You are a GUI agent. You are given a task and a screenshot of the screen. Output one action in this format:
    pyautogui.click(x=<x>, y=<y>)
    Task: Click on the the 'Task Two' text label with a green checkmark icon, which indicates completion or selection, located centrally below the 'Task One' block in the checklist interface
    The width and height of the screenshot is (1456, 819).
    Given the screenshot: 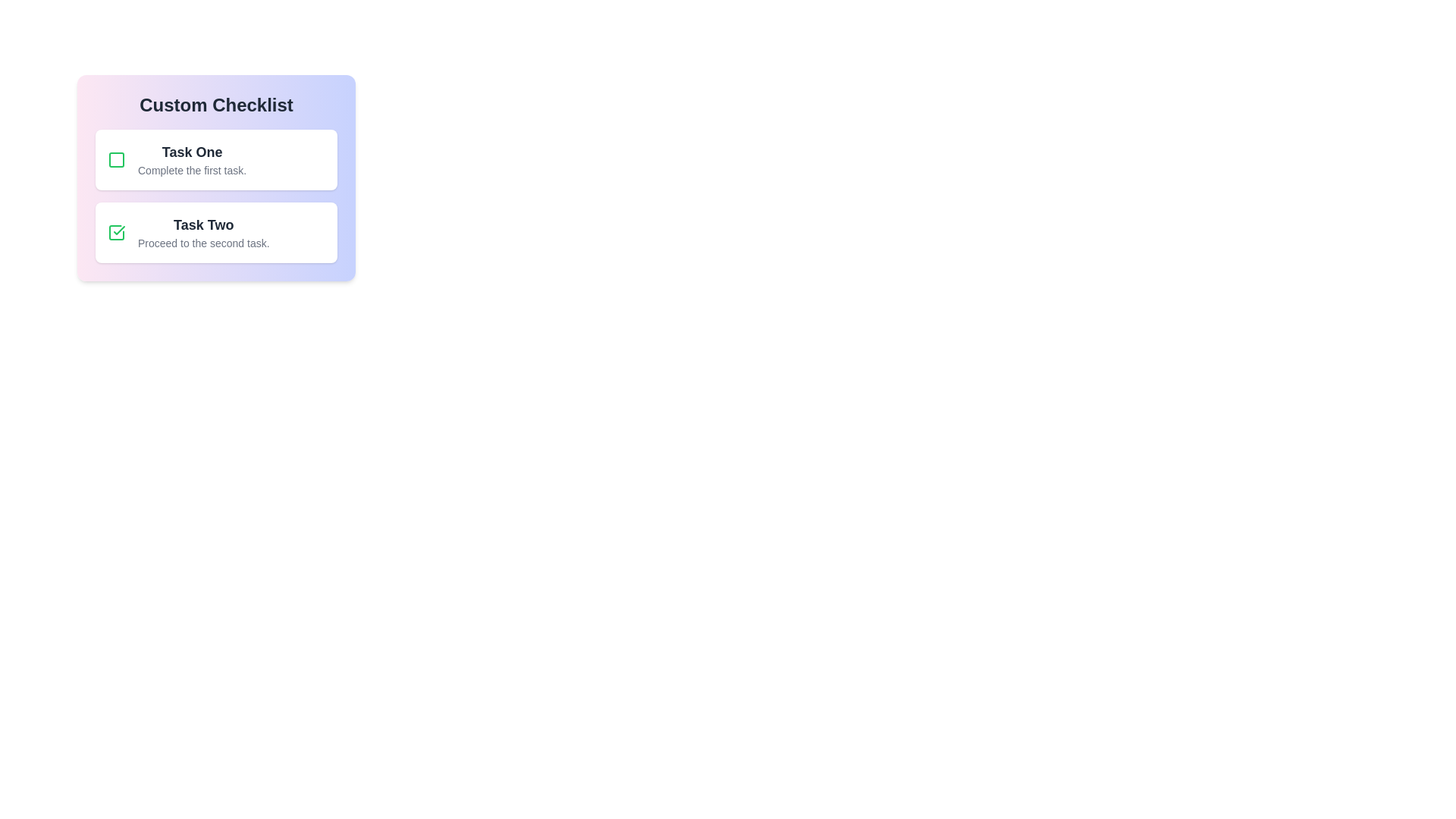 What is the action you would take?
    pyautogui.click(x=187, y=233)
    